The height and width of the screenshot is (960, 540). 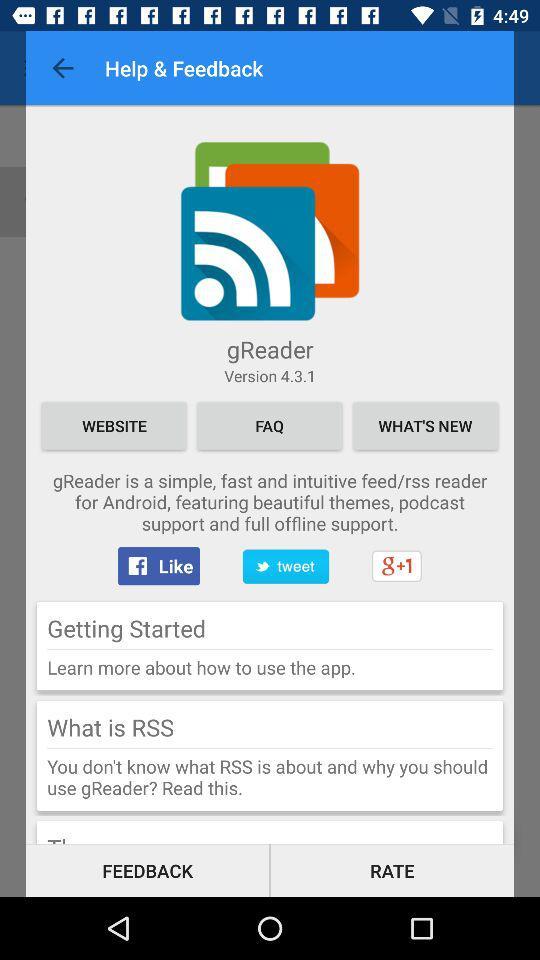 I want to click on the icon below the like icon, so click(x=126, y=627).